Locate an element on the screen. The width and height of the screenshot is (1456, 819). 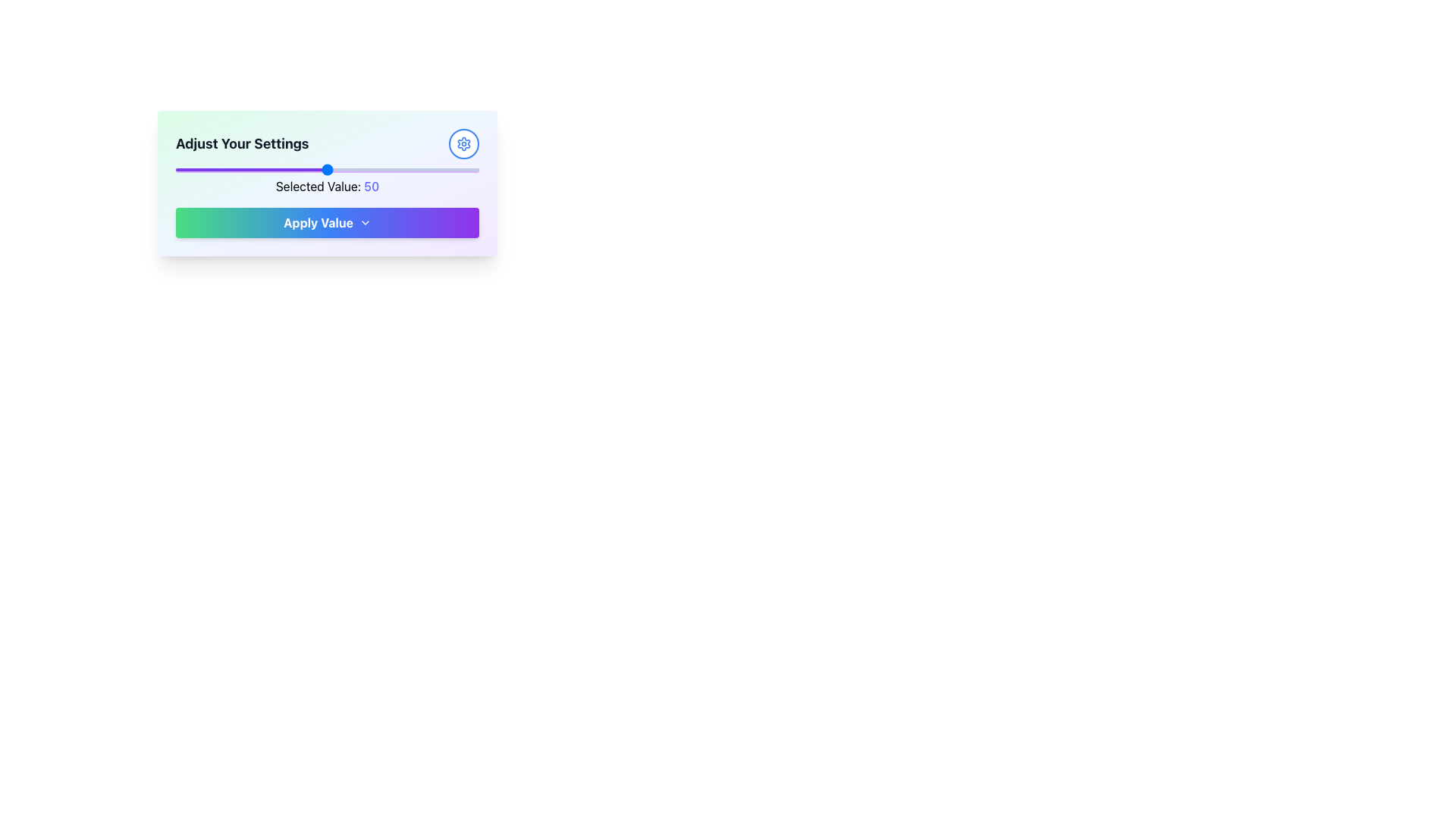
the 'Apply Value' button located is located at coordinates (327, 222).